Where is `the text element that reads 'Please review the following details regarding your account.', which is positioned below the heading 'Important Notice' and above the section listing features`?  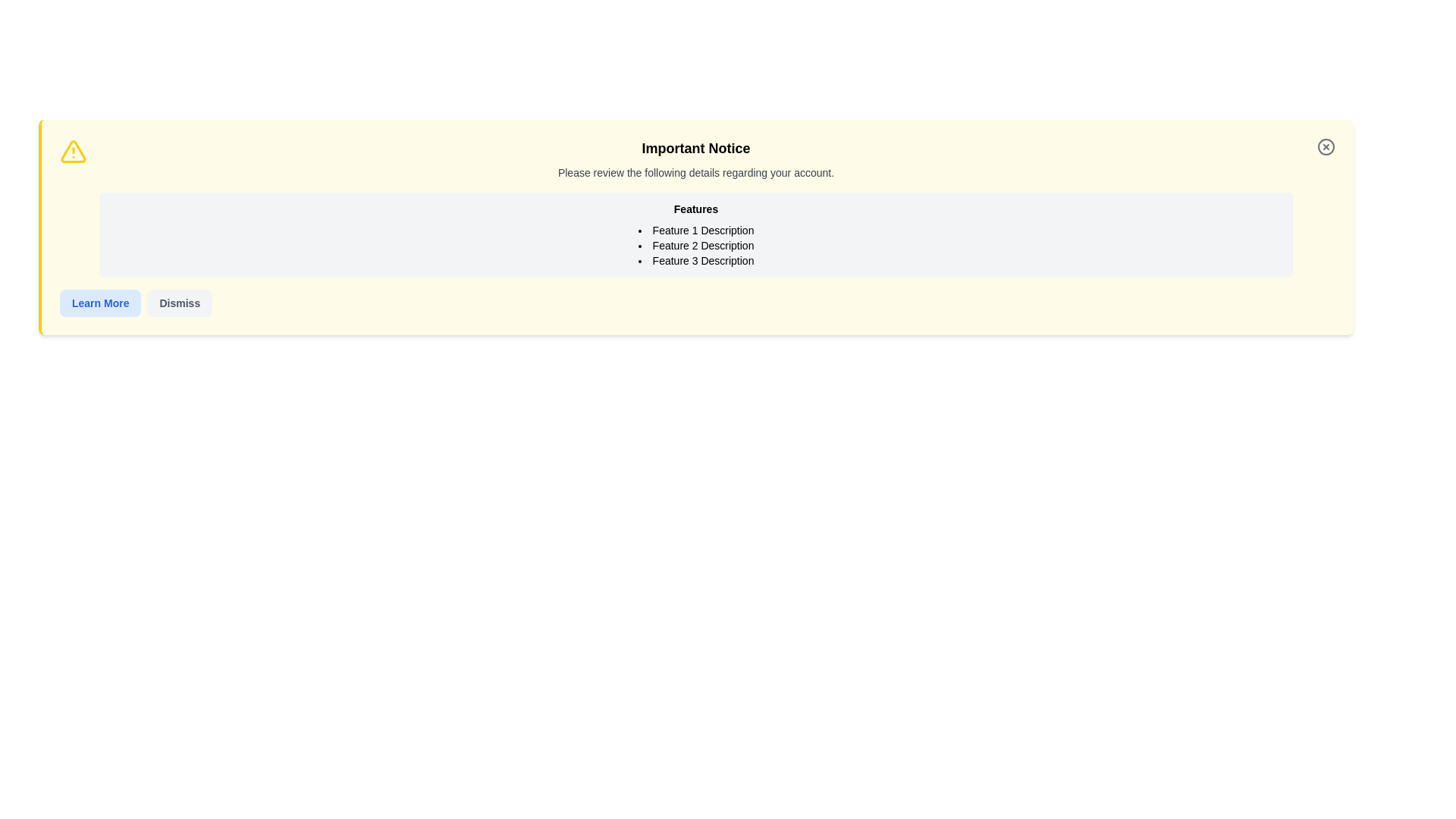 the text element that reads 'Please review the following details regarding your account.', which is positioned below the heading 'Important Notice' and above the section listing features is located at coordinates (695, 171).